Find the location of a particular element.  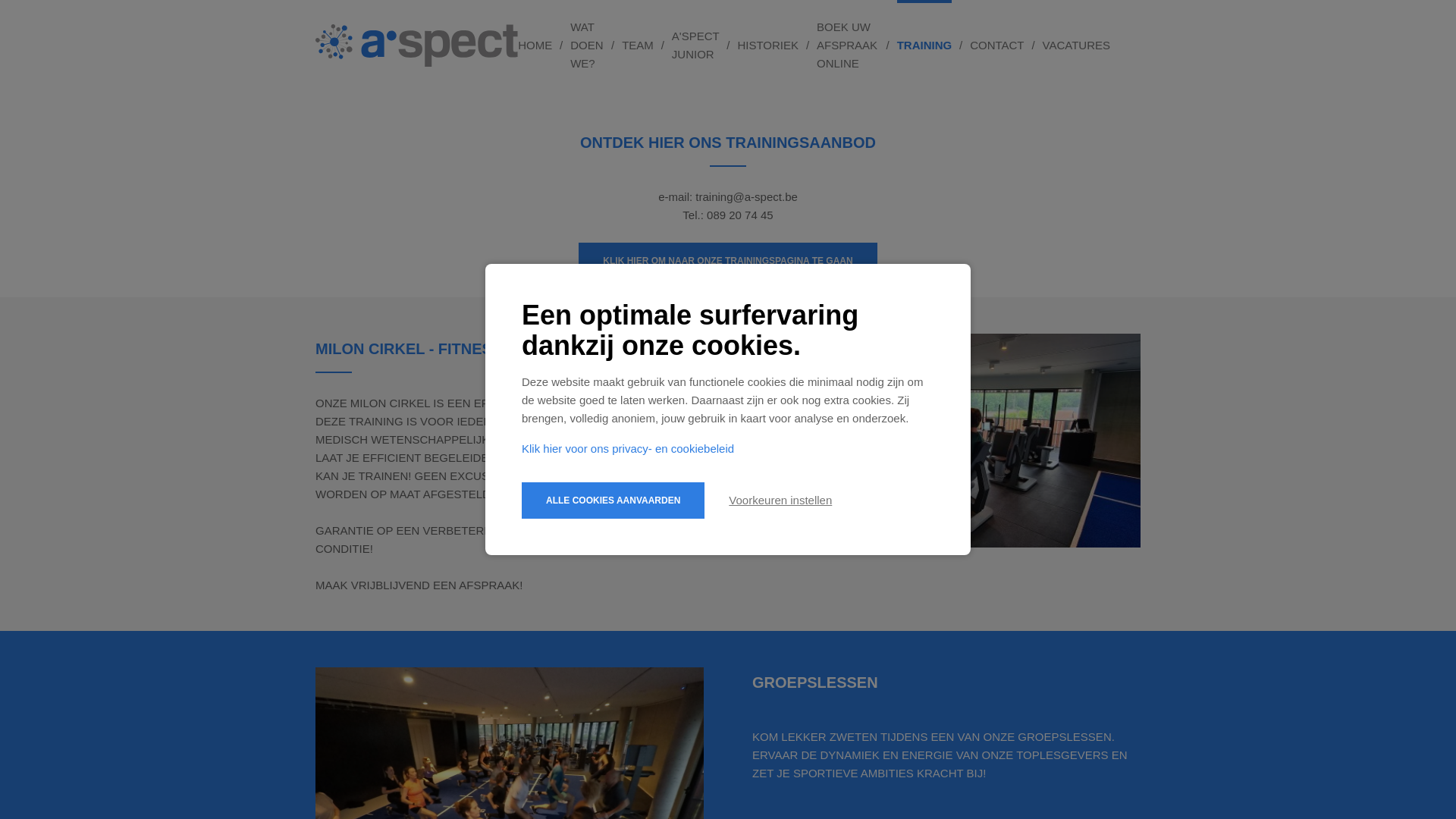

'TEAM' is located at coordinates (637, 45).